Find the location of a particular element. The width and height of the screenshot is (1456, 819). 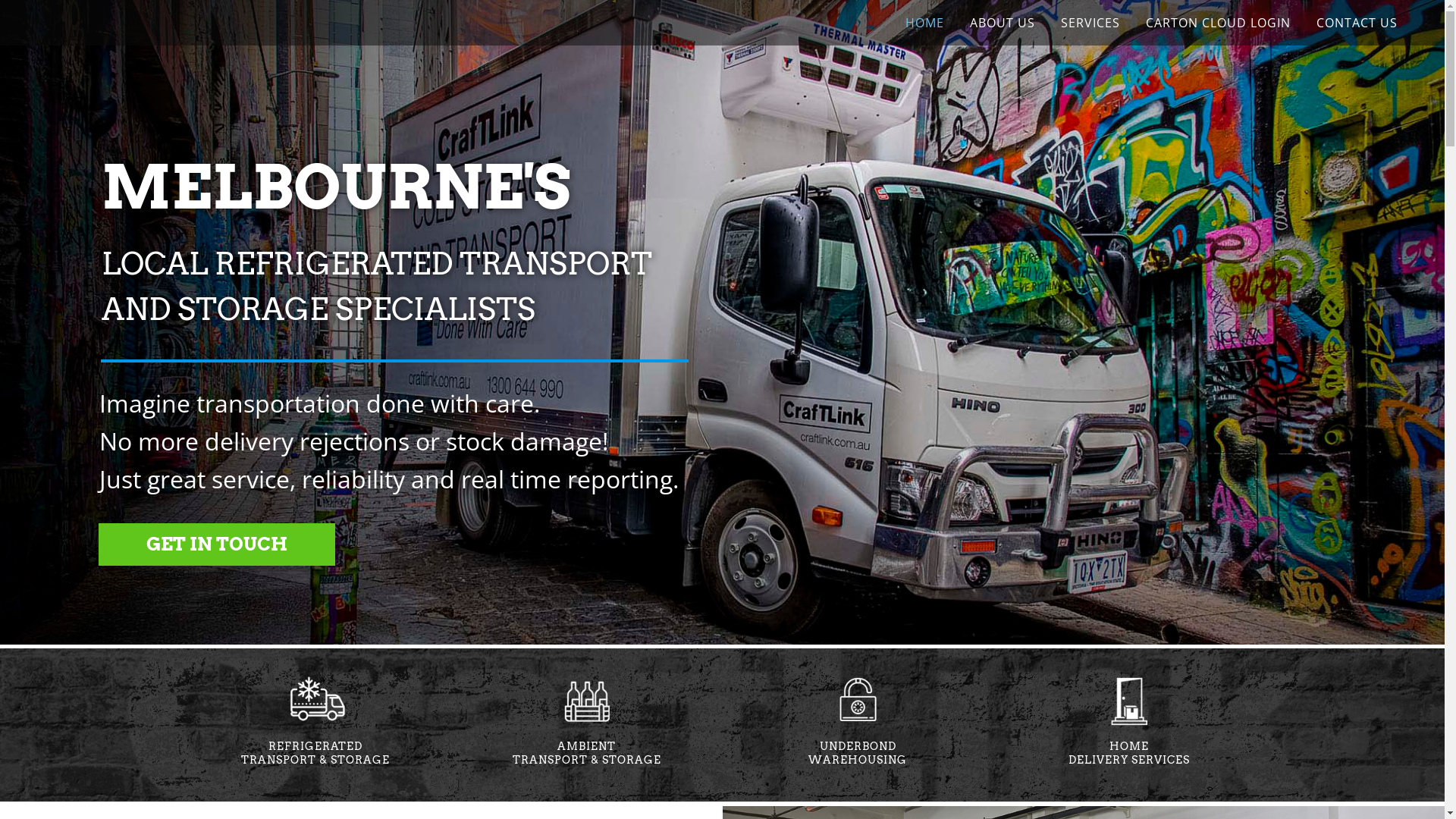

'home delivery icon' is located at coordinates (1128, 701).